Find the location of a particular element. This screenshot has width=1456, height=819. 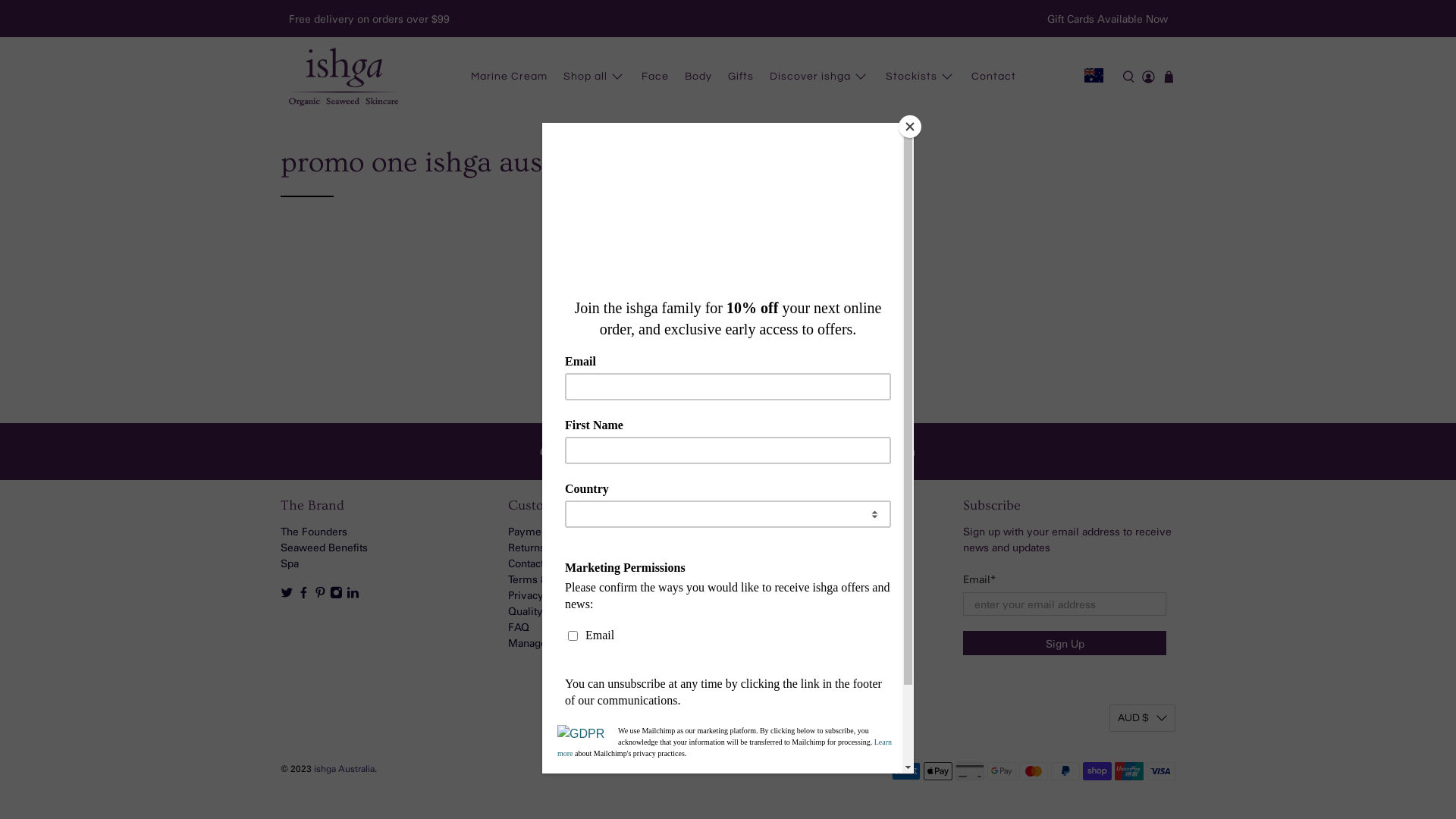

'Stockists' is located at coordinates (920, 77).